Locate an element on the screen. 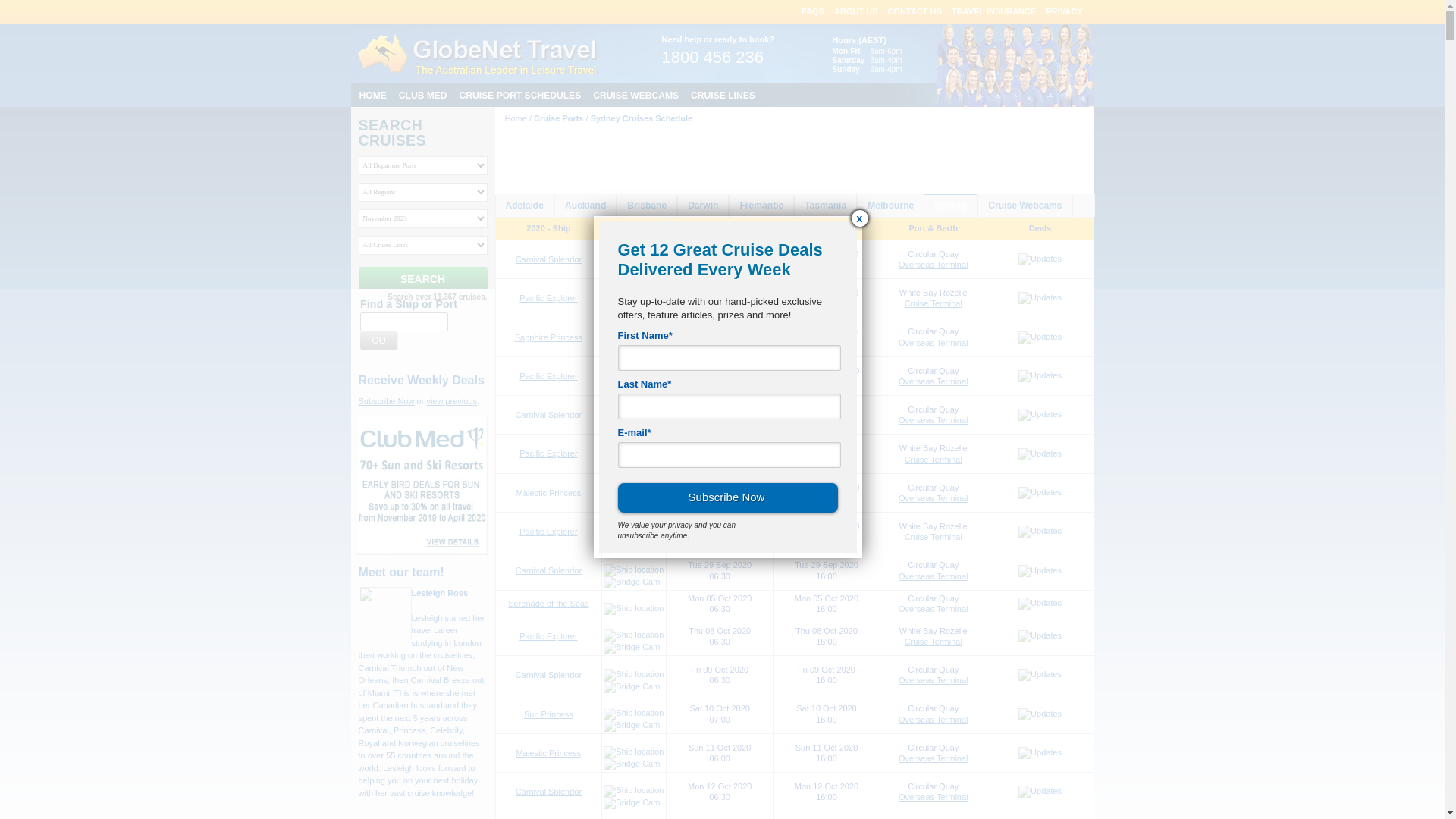  'Cruise Terminal' is located at coordinates (905, 458).